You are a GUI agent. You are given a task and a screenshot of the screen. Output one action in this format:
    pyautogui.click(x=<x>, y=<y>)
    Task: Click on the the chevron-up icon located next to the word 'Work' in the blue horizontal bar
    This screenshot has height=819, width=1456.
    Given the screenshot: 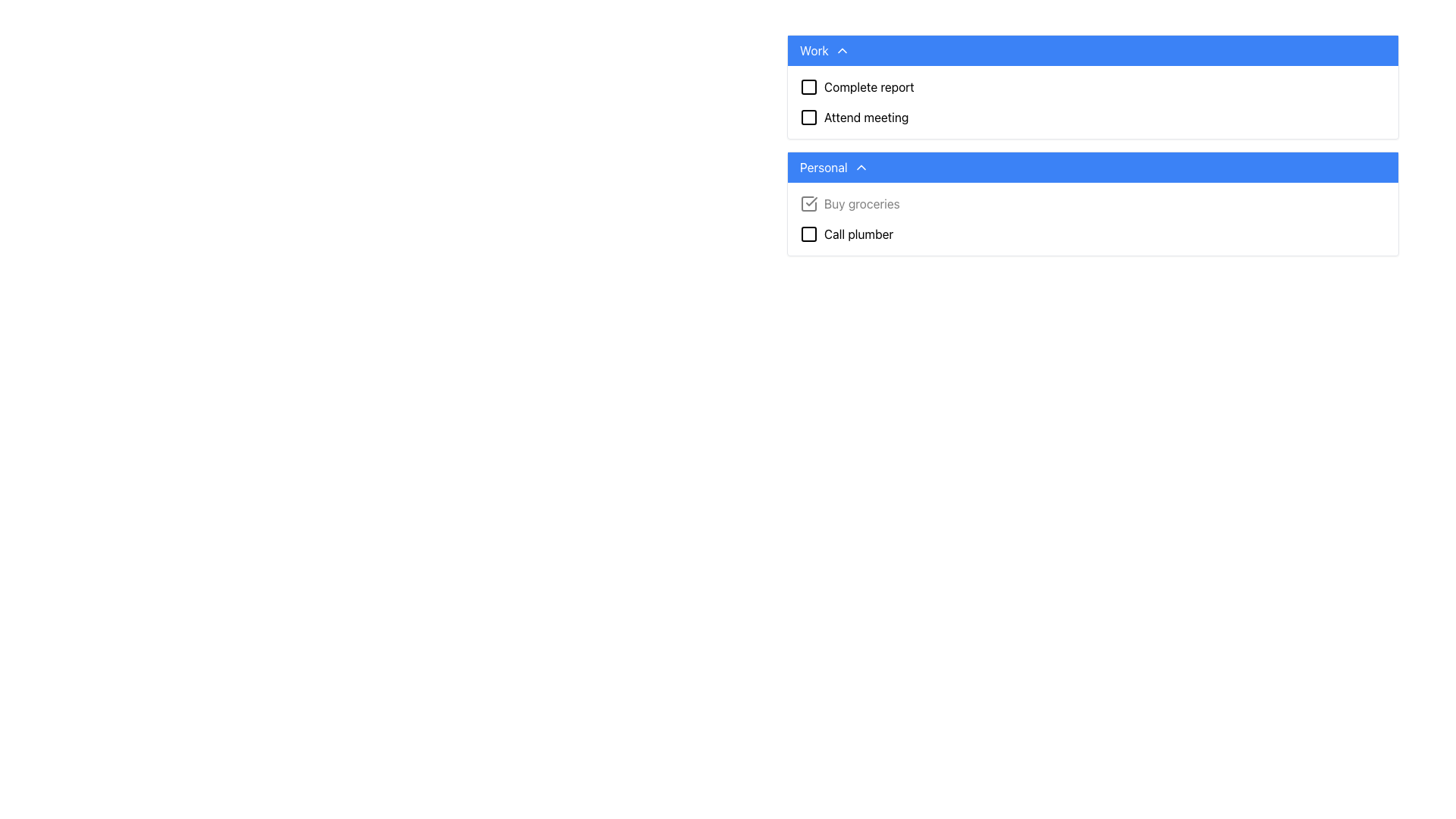 What is the action you would take?
    pyautogui.click(x=841, y=49)
    